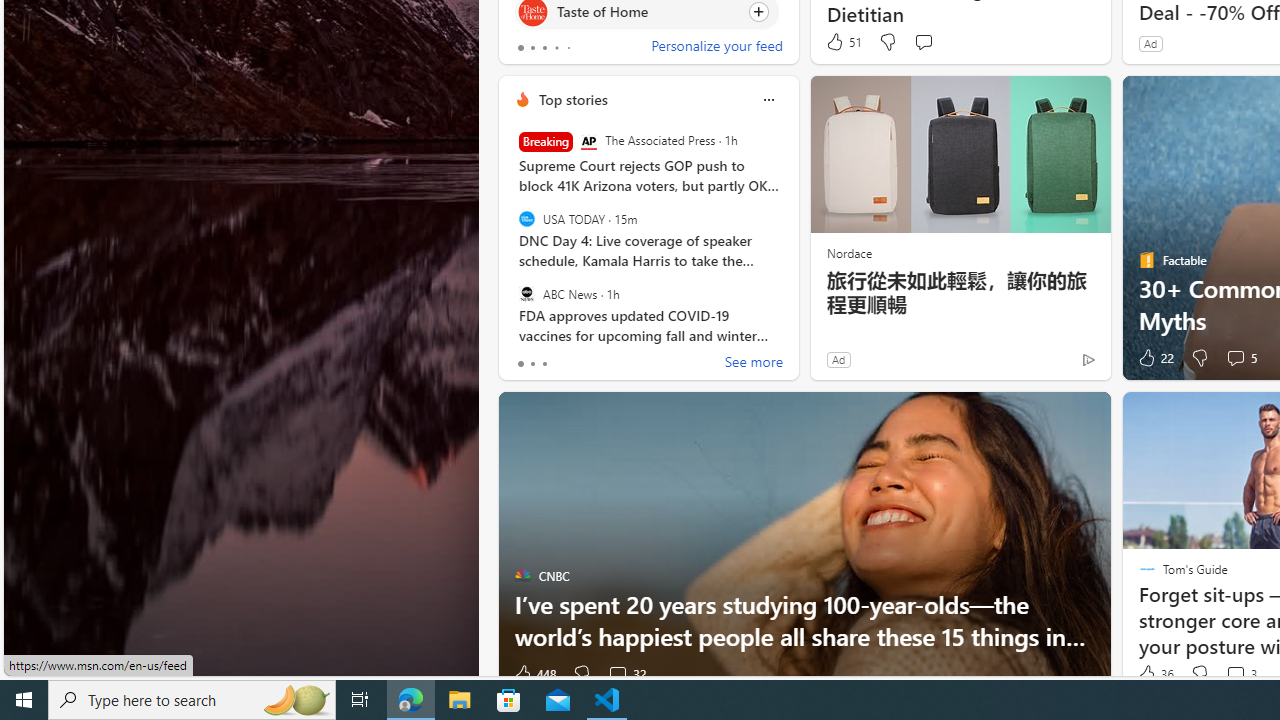  What do you see at coordinates (838, 358) in the screenshot?
I see `'Ad'` at bounding box center [838, 358].